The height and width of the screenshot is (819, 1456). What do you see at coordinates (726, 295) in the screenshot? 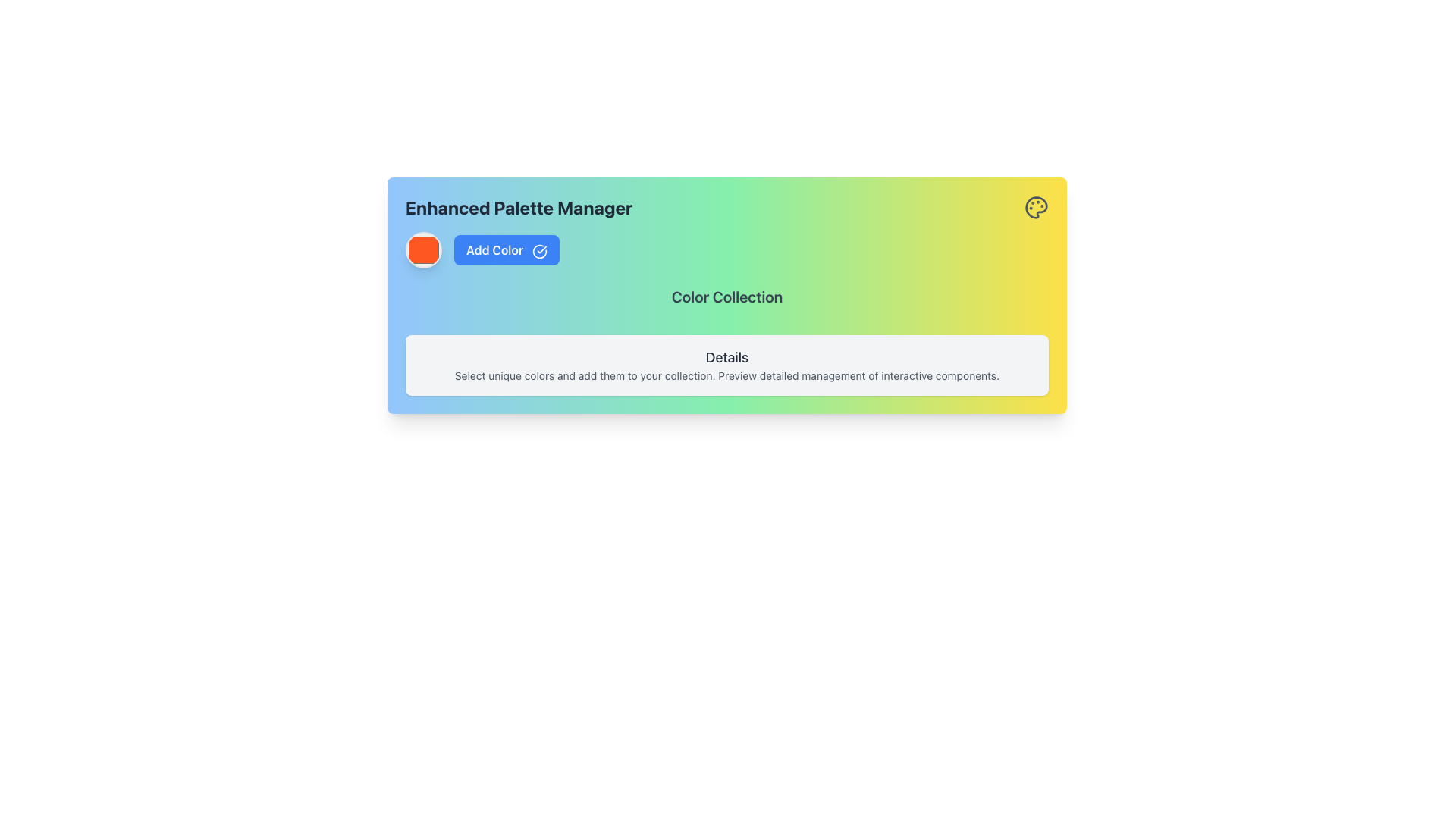
I see `the interactive elements within the 'Enhanced Palette Manager' section, which includes buttons and color circles` at bounding box center [726, 295].